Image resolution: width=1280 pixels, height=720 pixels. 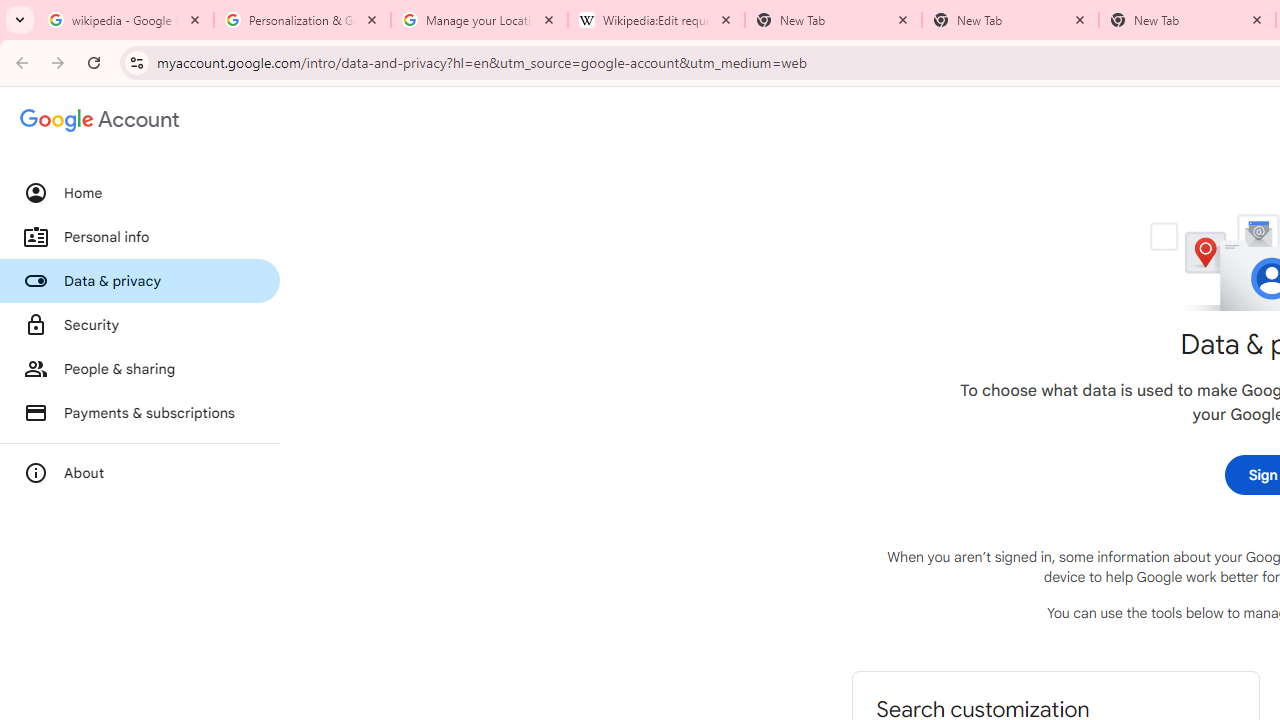 I want to click on 'Personal info', so click(x=139, y=236).